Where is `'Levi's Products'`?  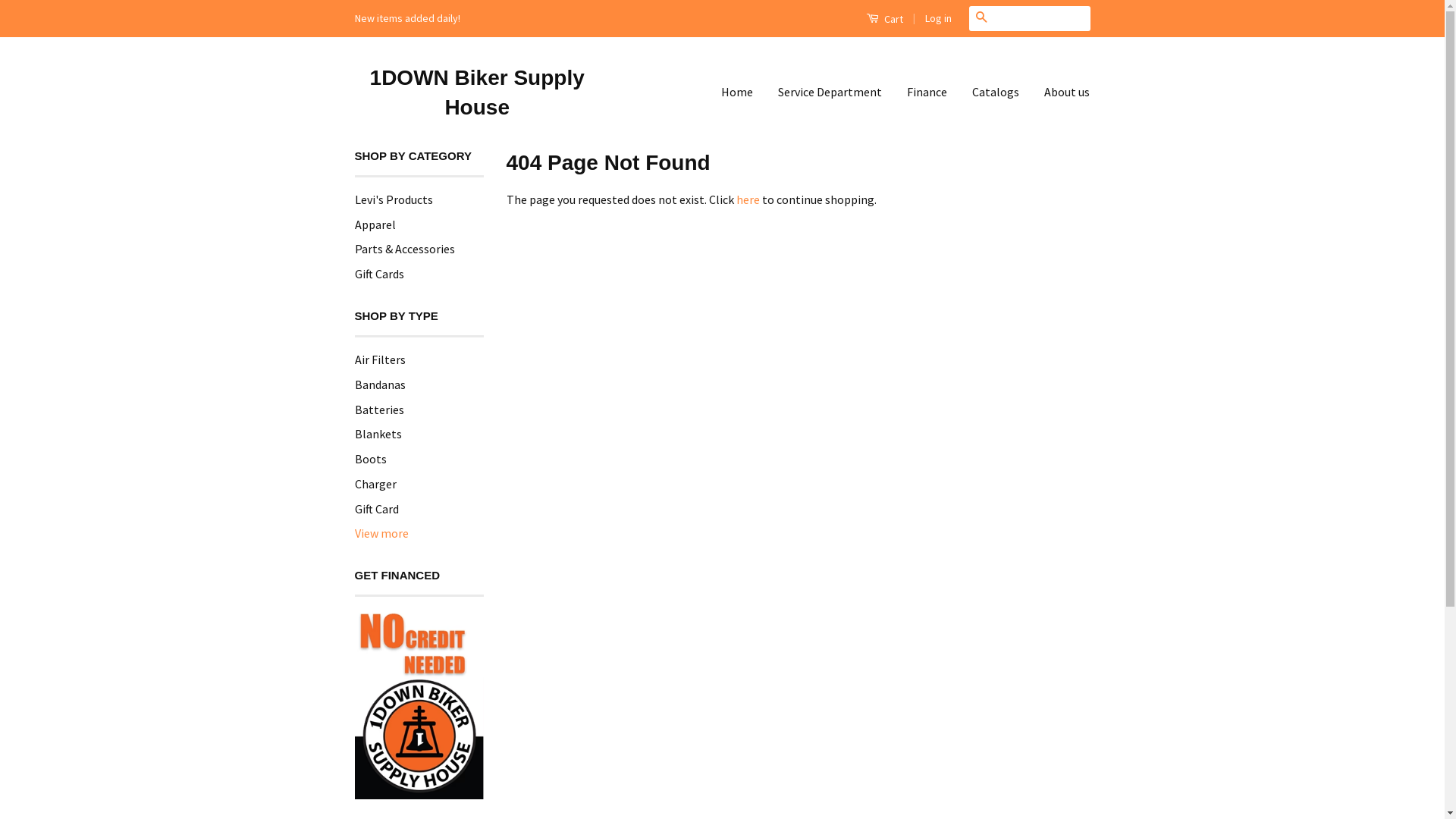
'Levi's Products' is located at coordinates (394, 198).